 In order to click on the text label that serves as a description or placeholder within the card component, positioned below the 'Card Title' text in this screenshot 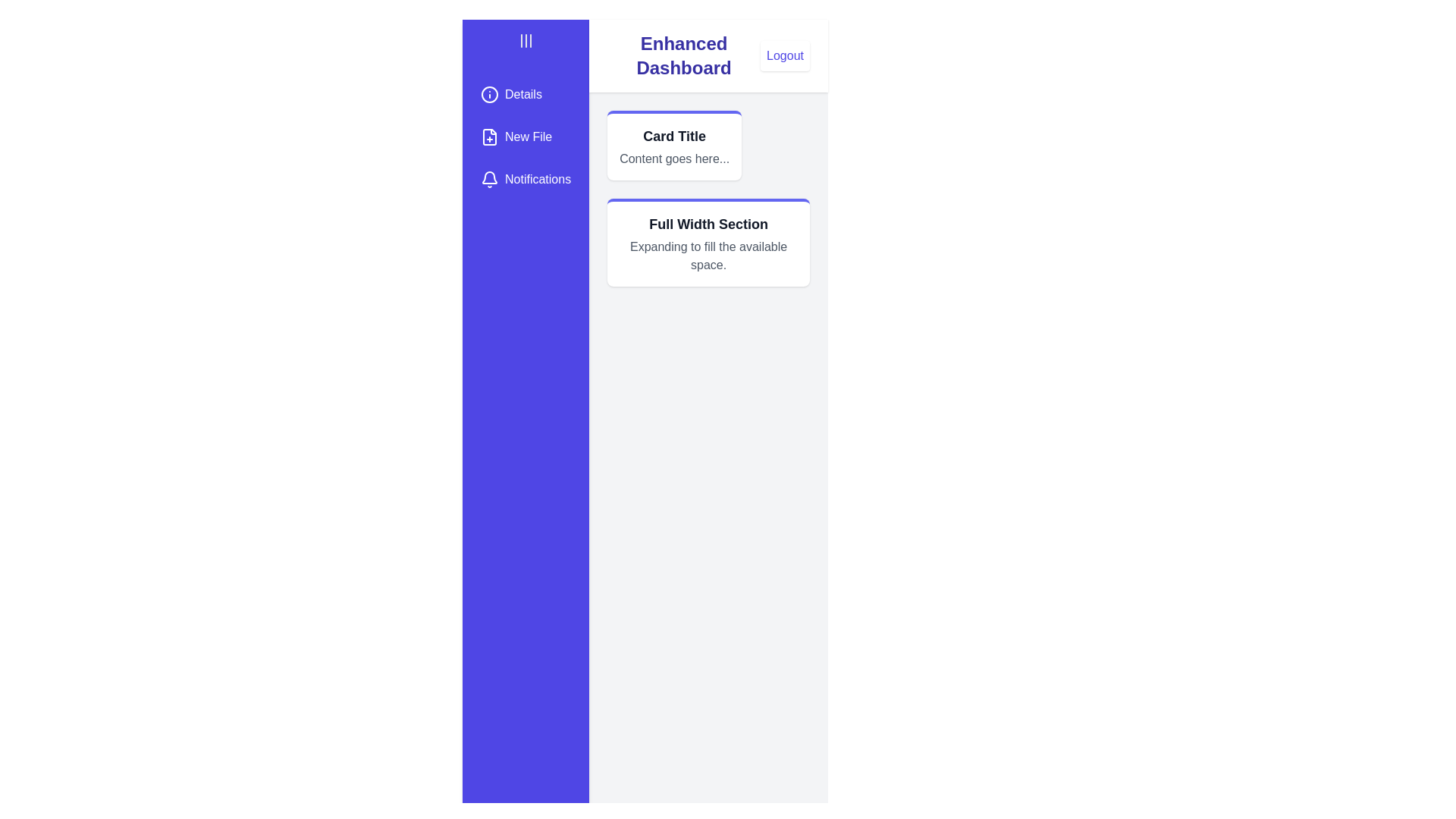, I will do `click(673, 158)`.